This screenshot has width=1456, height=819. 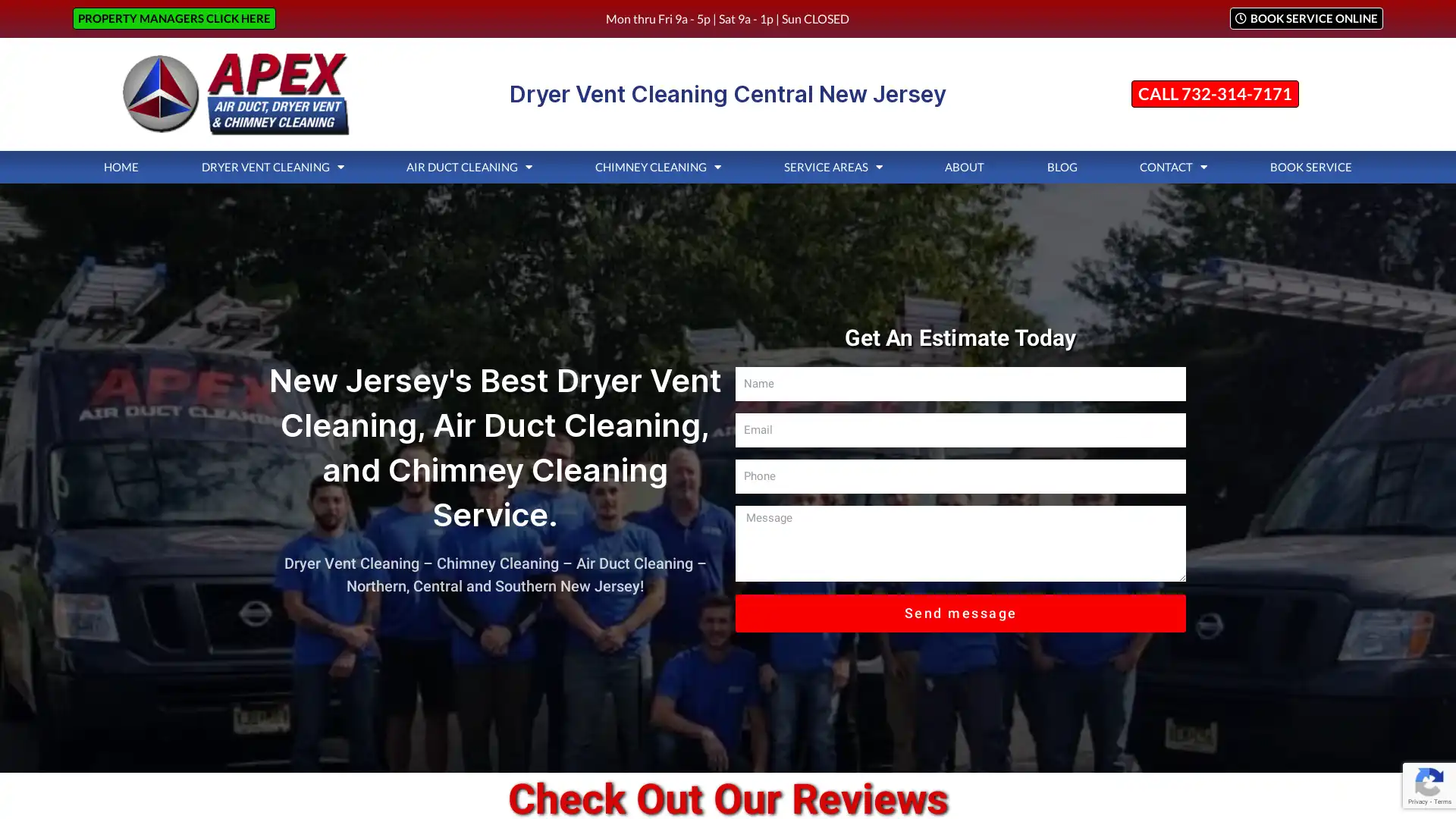 What do you see at coordinates (960, 611) in the screenshot?
I see `Send message` at bounding box center [960, 611].